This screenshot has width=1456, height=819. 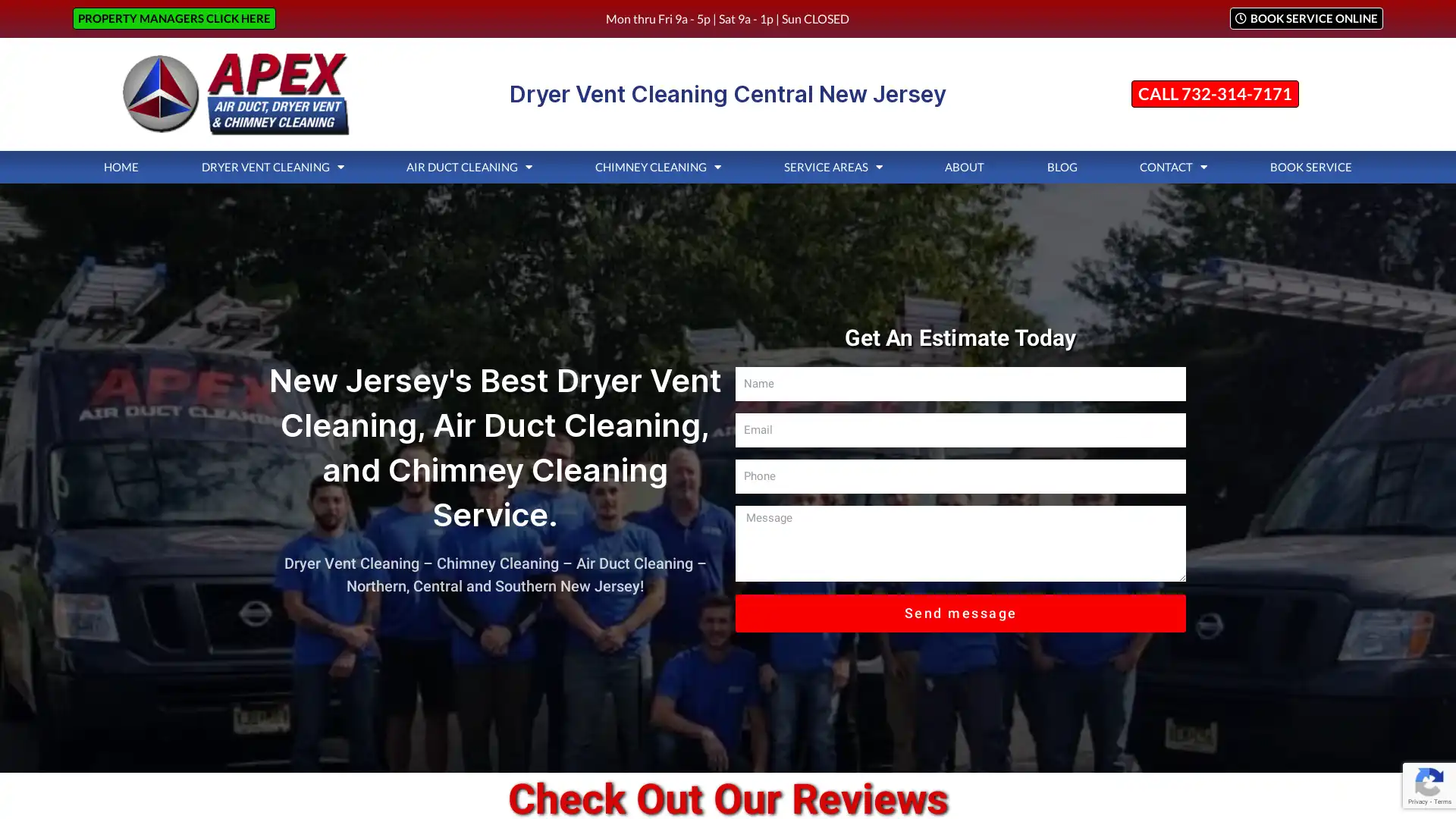 What do you see at coordinates (960, 611) in the screenshot?
I see `Send message` at bounding box center [960, 611].